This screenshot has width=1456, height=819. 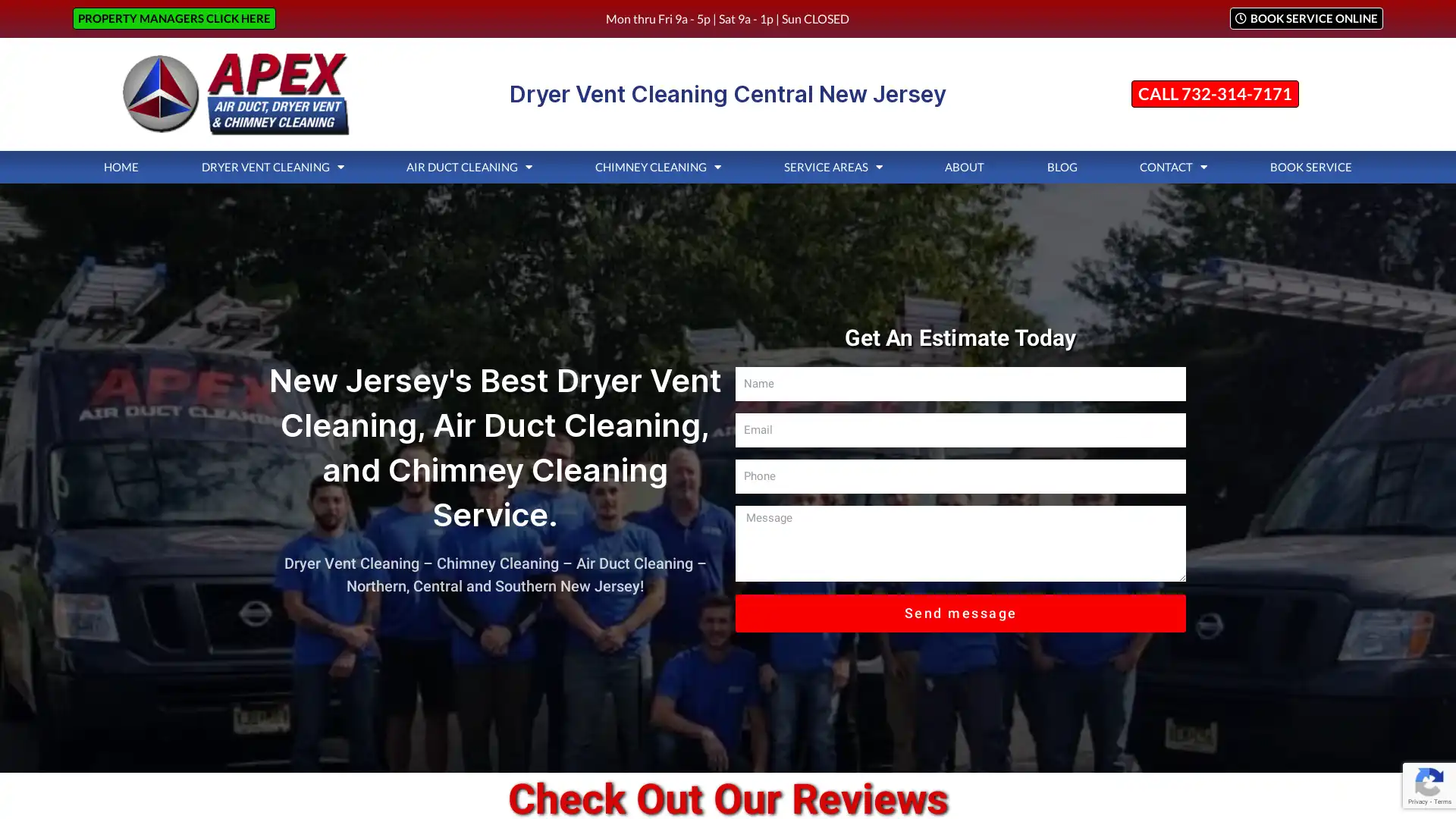 What do you see at coordinates (960, 611) in the screenshot?
I see `Send message` at bounding box center [960, 611].